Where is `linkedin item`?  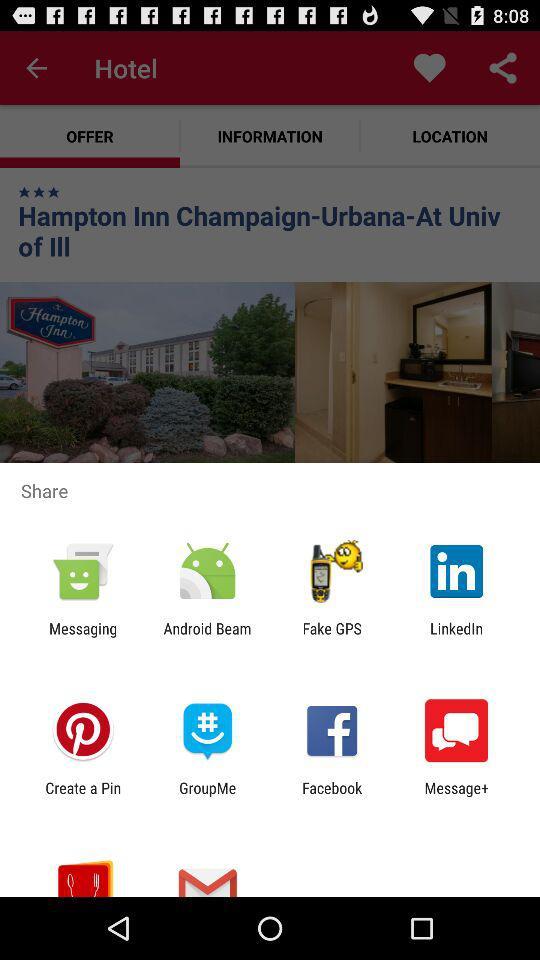
linkedin item is located at coordinates (456, 636).